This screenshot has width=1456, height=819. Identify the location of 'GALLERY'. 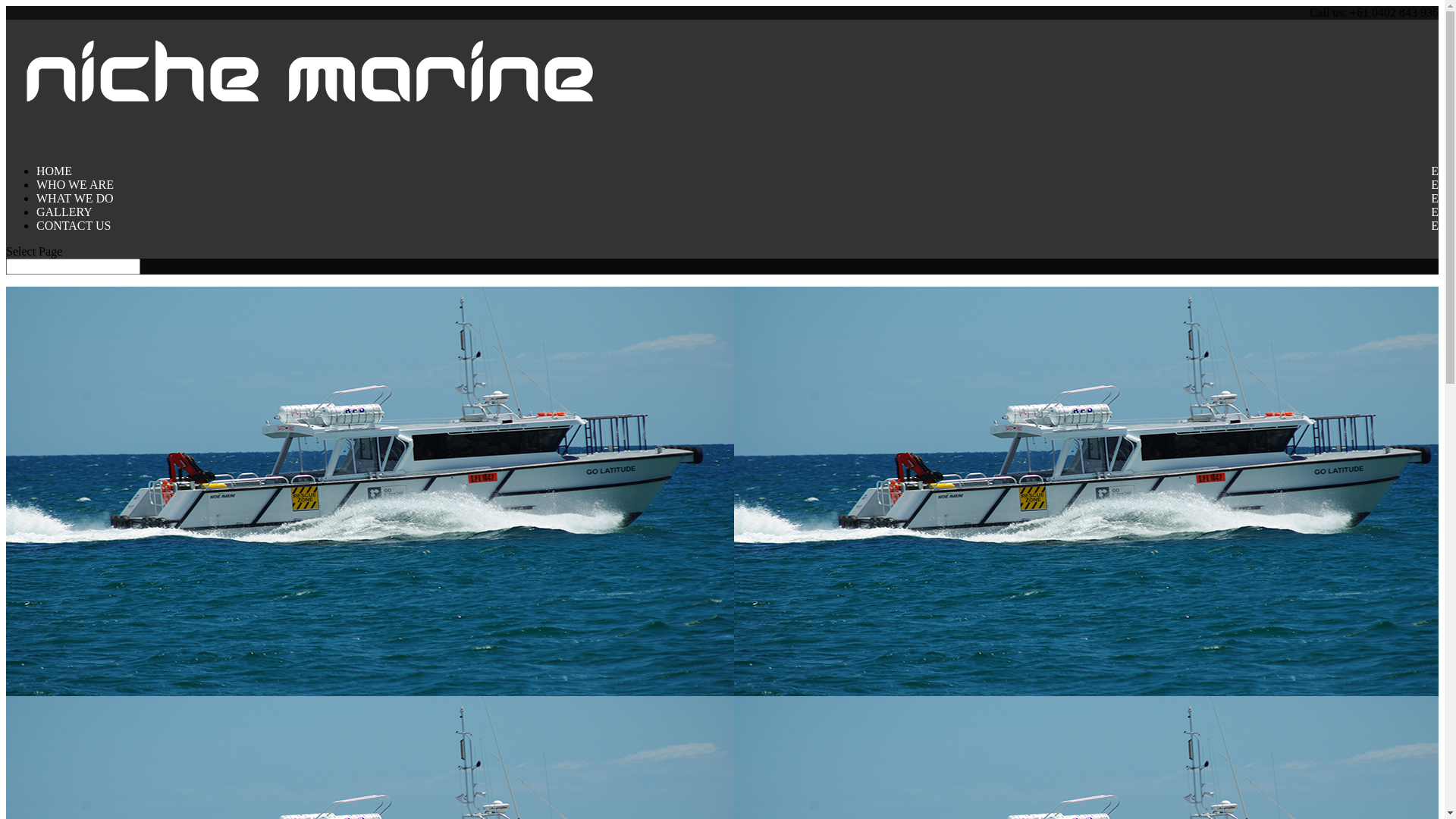
(64, 223).